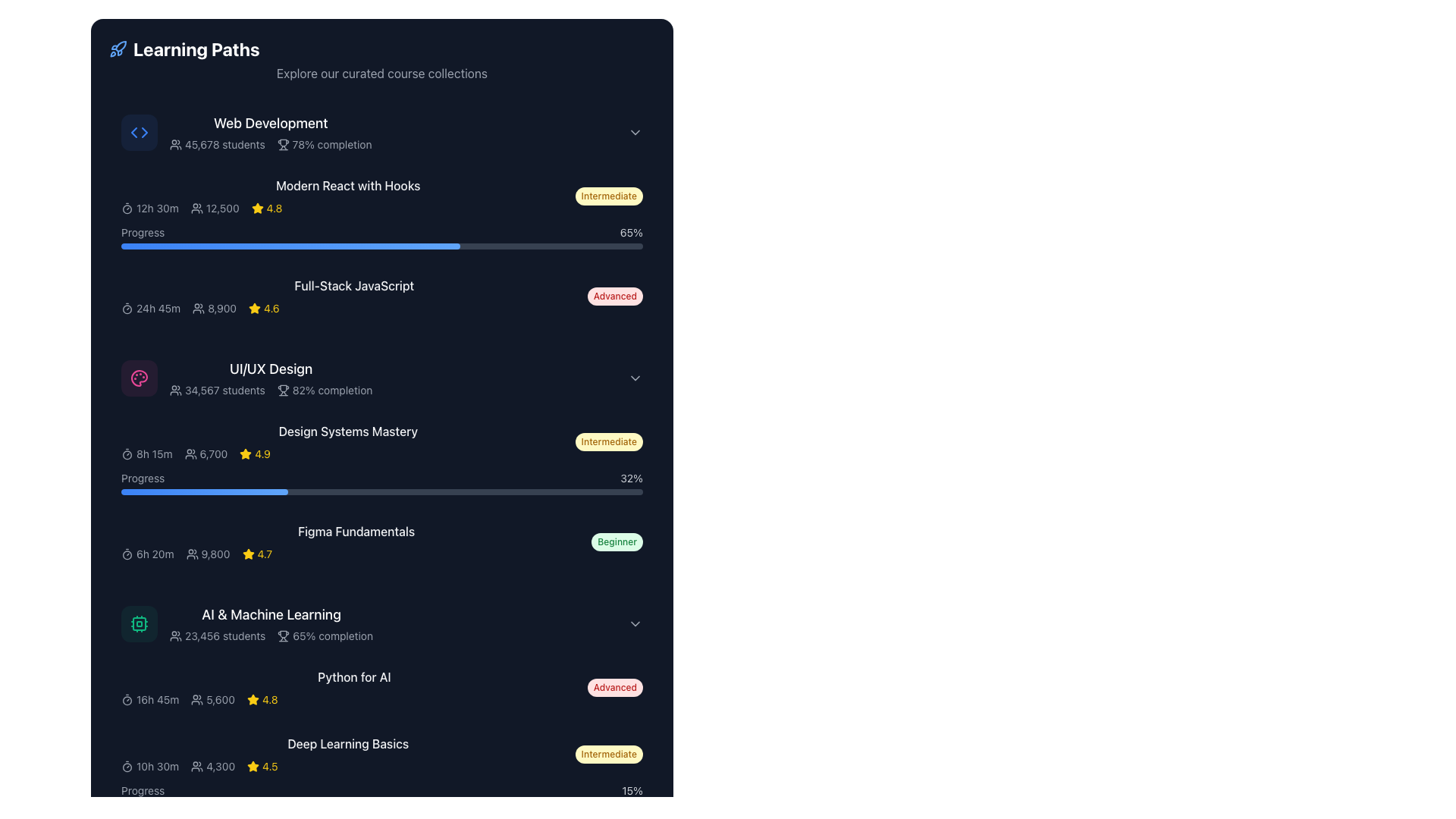  Describe the element at coordinates (212, 766) in the screenshot. I see `the Text Label displaying the number of students enrolled in the 'Deep Learning Basics' course, located between the course duration and rating in the middle section of the UI` at that location.